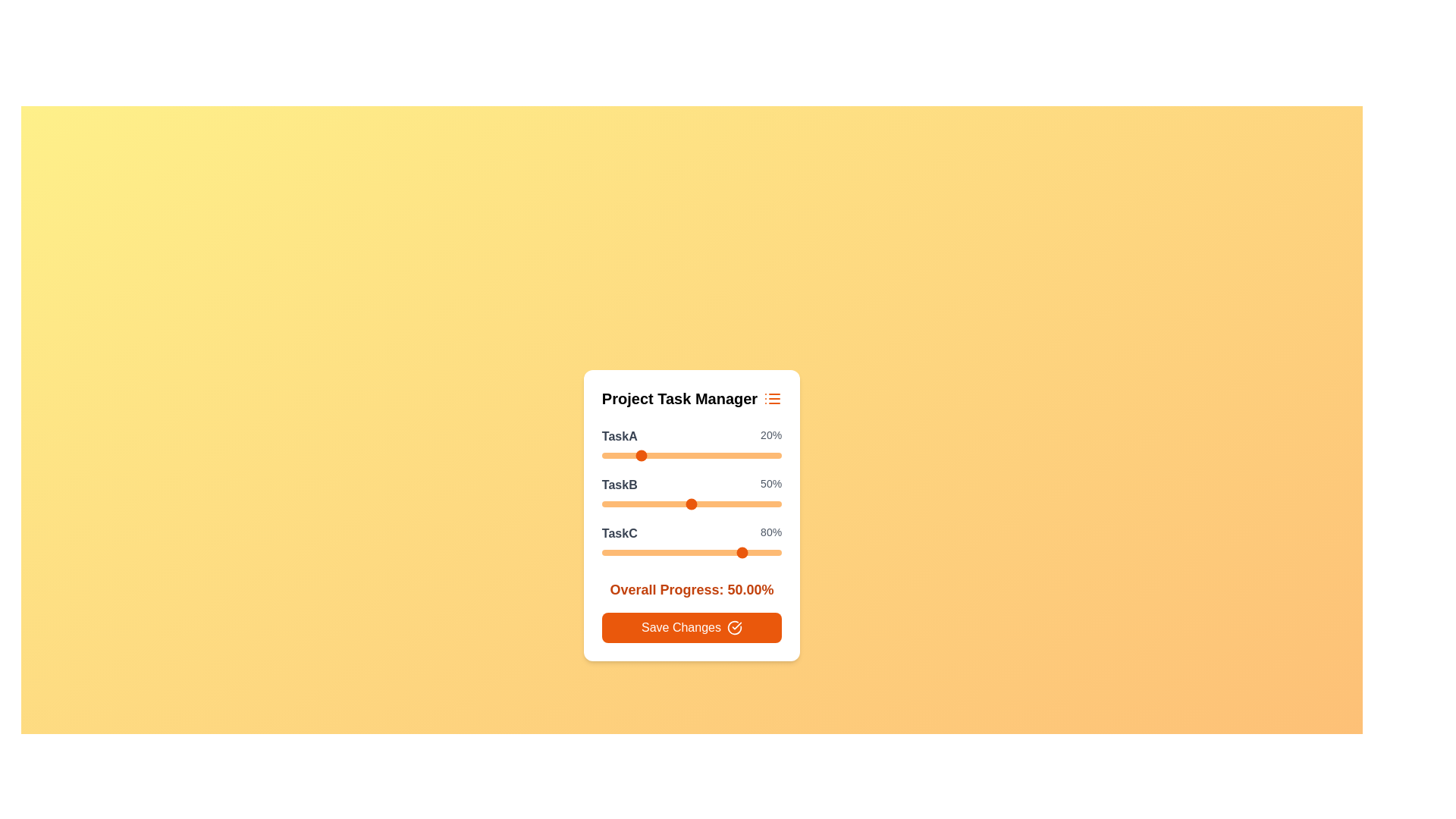  What do you see at coordinates (691, 628) in the screenshot?
I see `the 'Save Changes' button to save the task progress` at bounding box center [691, 628].